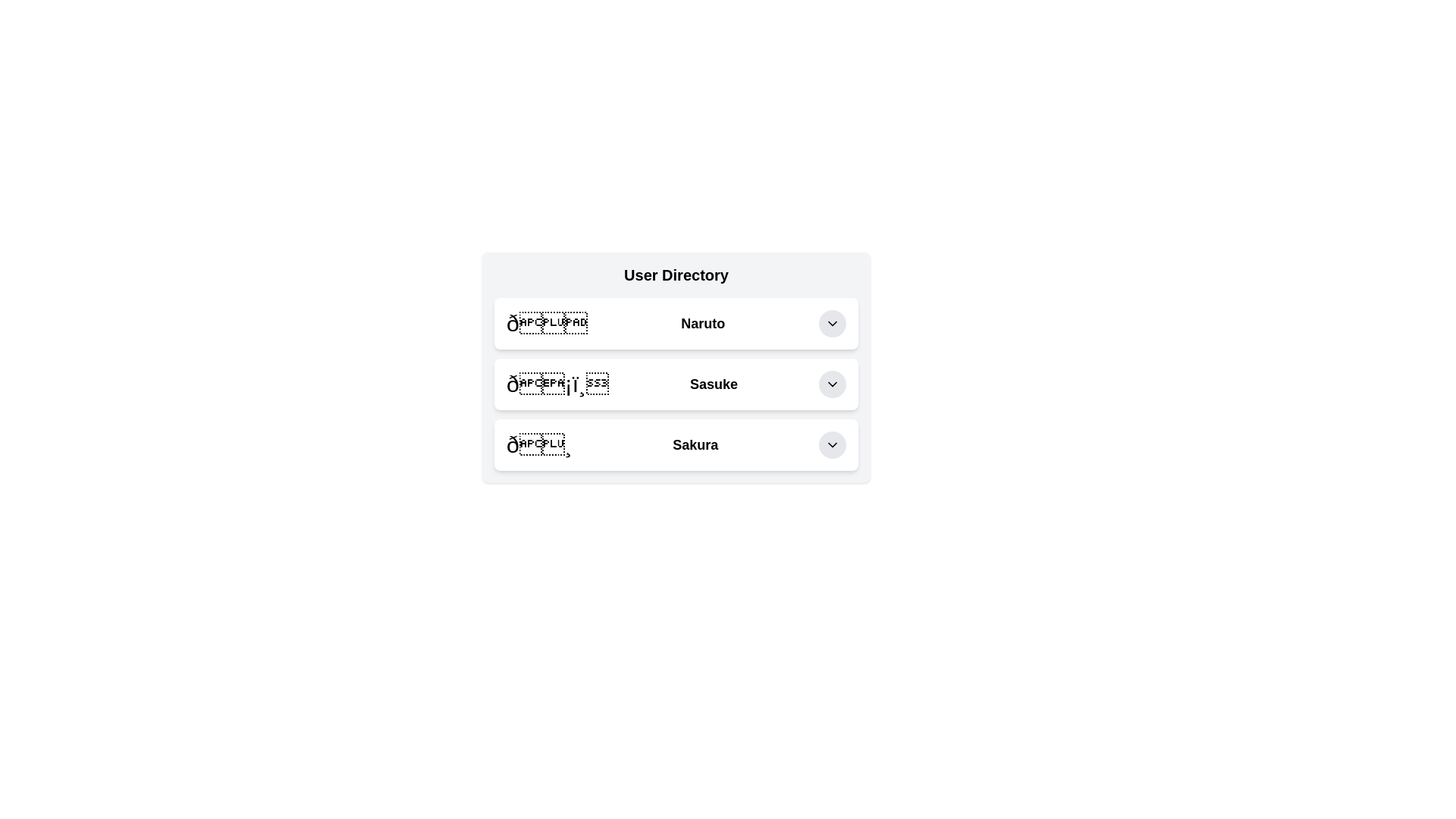 This screenshot has width=1456, height=819. Describe the element at coordinates (557, 383) in the screenshot. I see `the Decorative icon or emoji associated with the user entry 'Sasuke' located in the User Directory` at that location.